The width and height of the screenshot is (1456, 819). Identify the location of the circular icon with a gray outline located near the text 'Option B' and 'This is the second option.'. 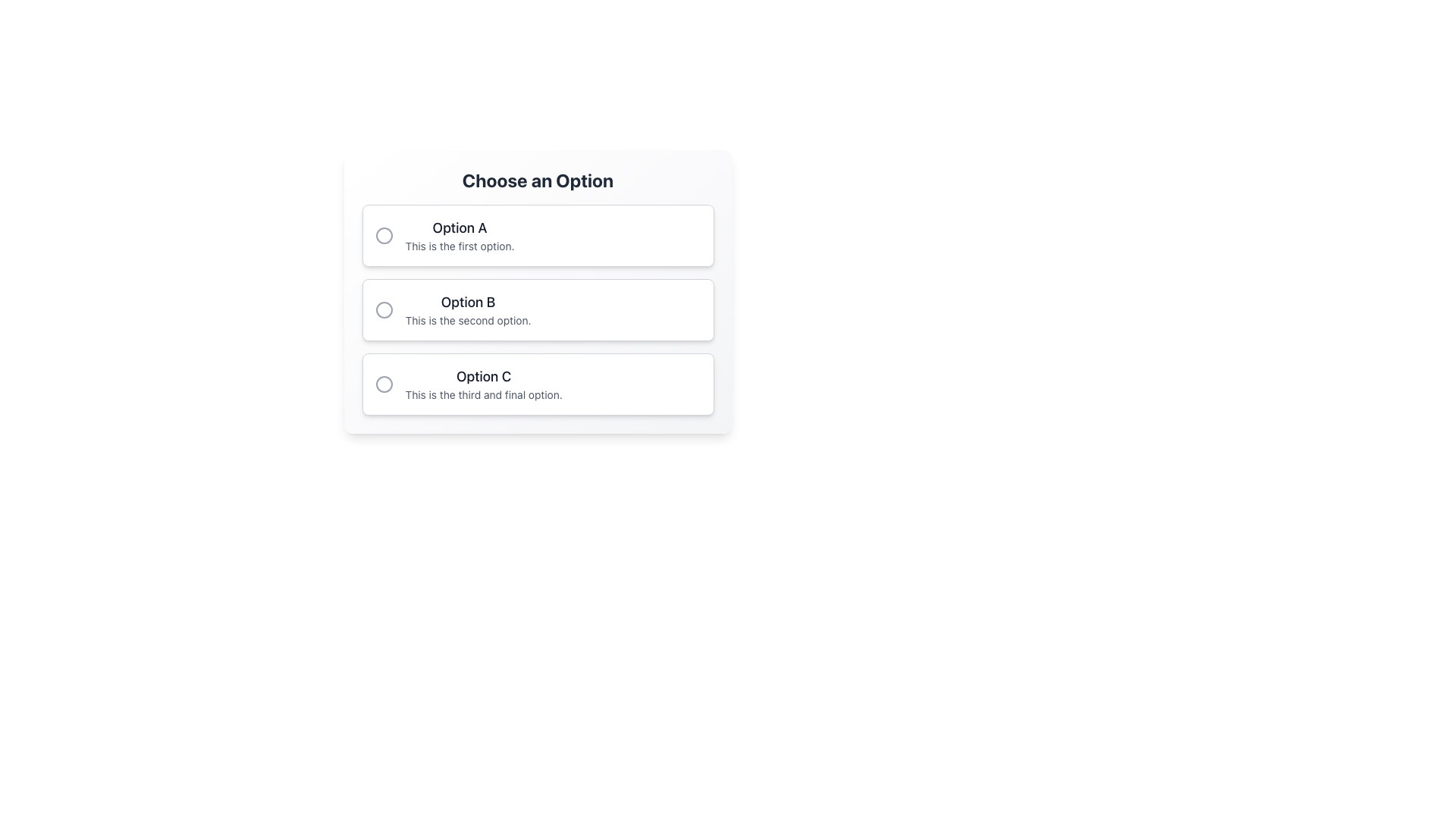
(384, 309).